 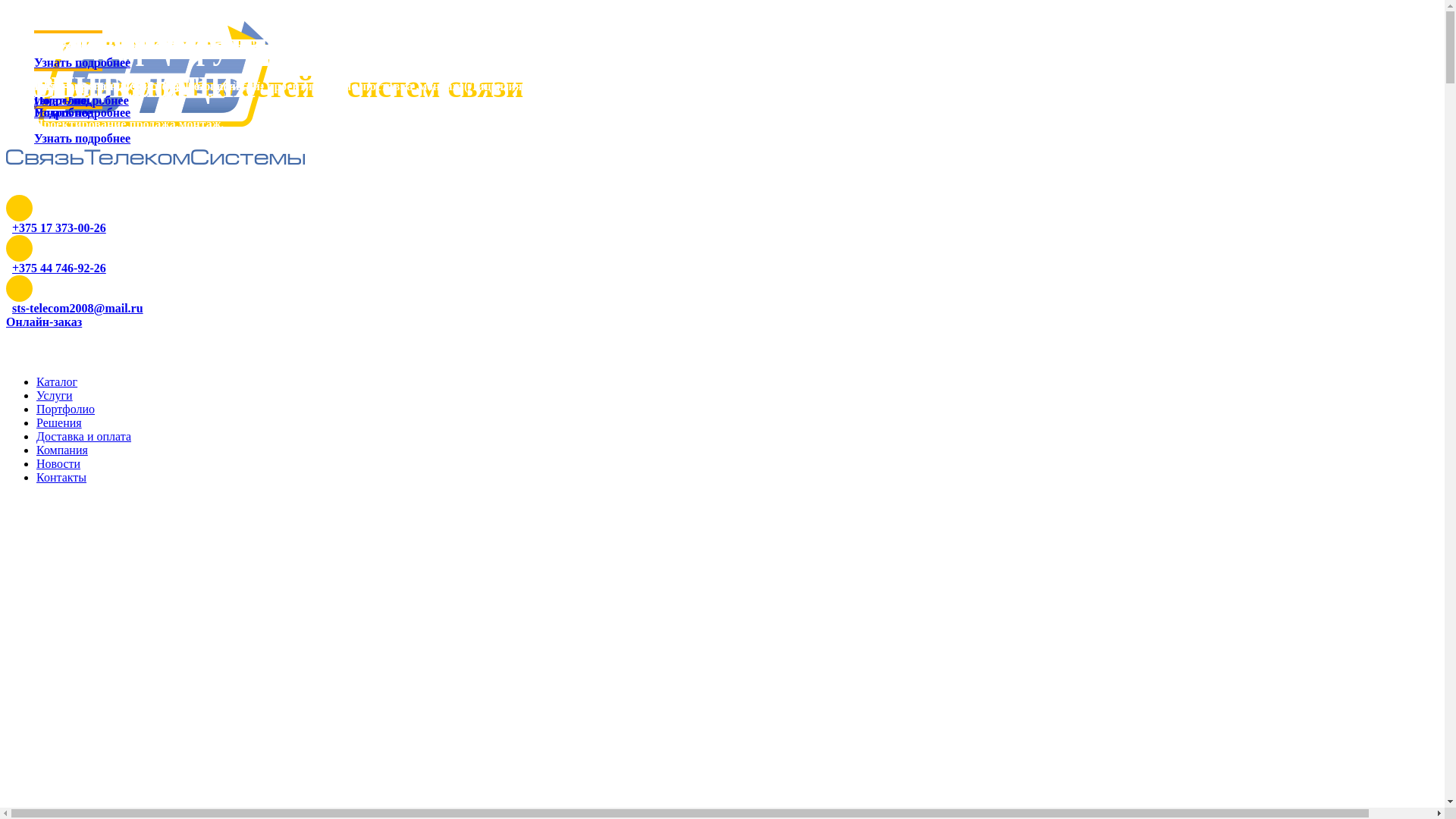 What do you see at coordinates (11, 307) in the screenshot?
I see `'sts-telecom2008@mail.ru'` at bounding box center [11, 307].